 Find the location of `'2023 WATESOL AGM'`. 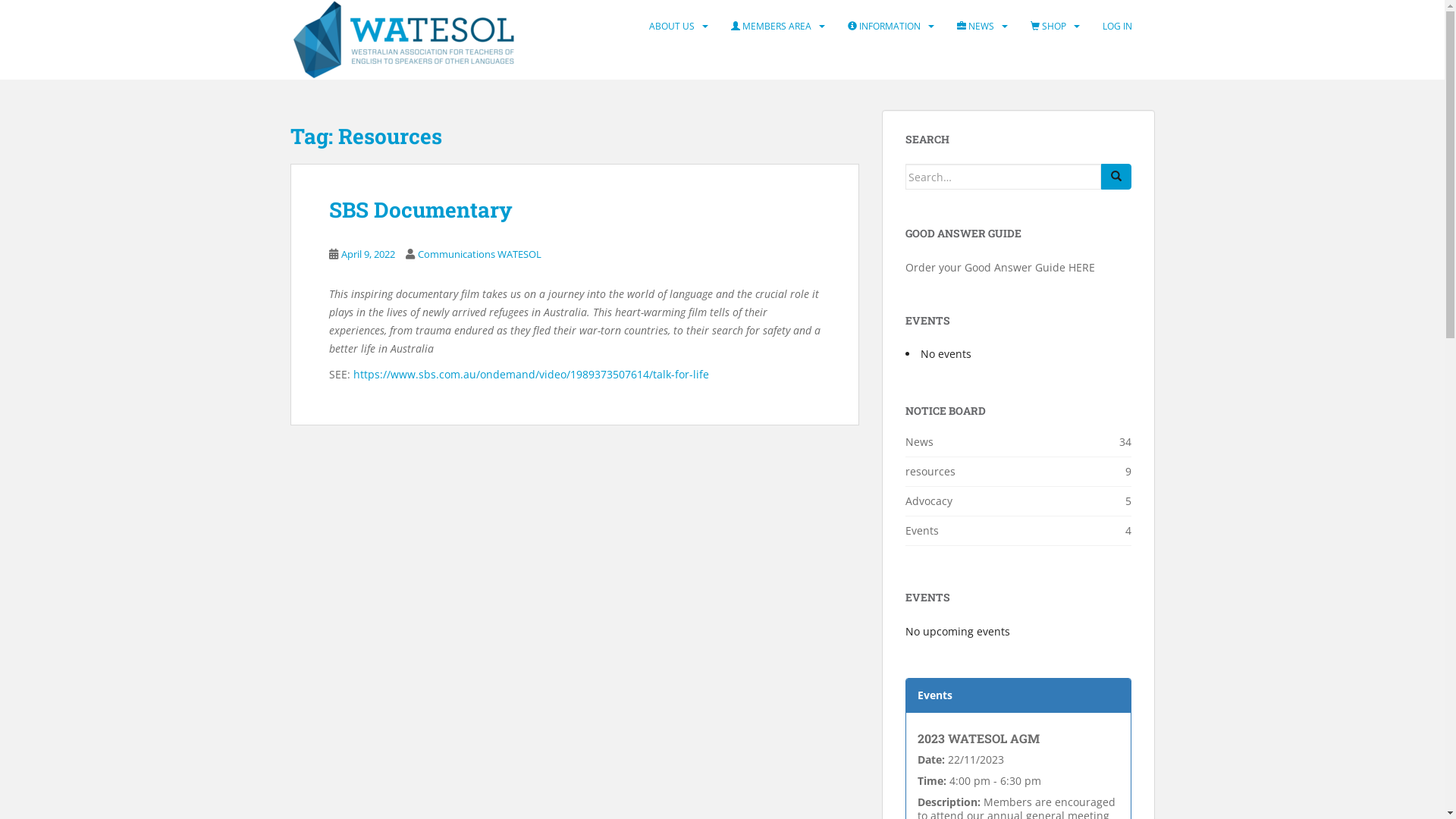

'2023 WATESOL AGM' is located at coordinates (978, 737).